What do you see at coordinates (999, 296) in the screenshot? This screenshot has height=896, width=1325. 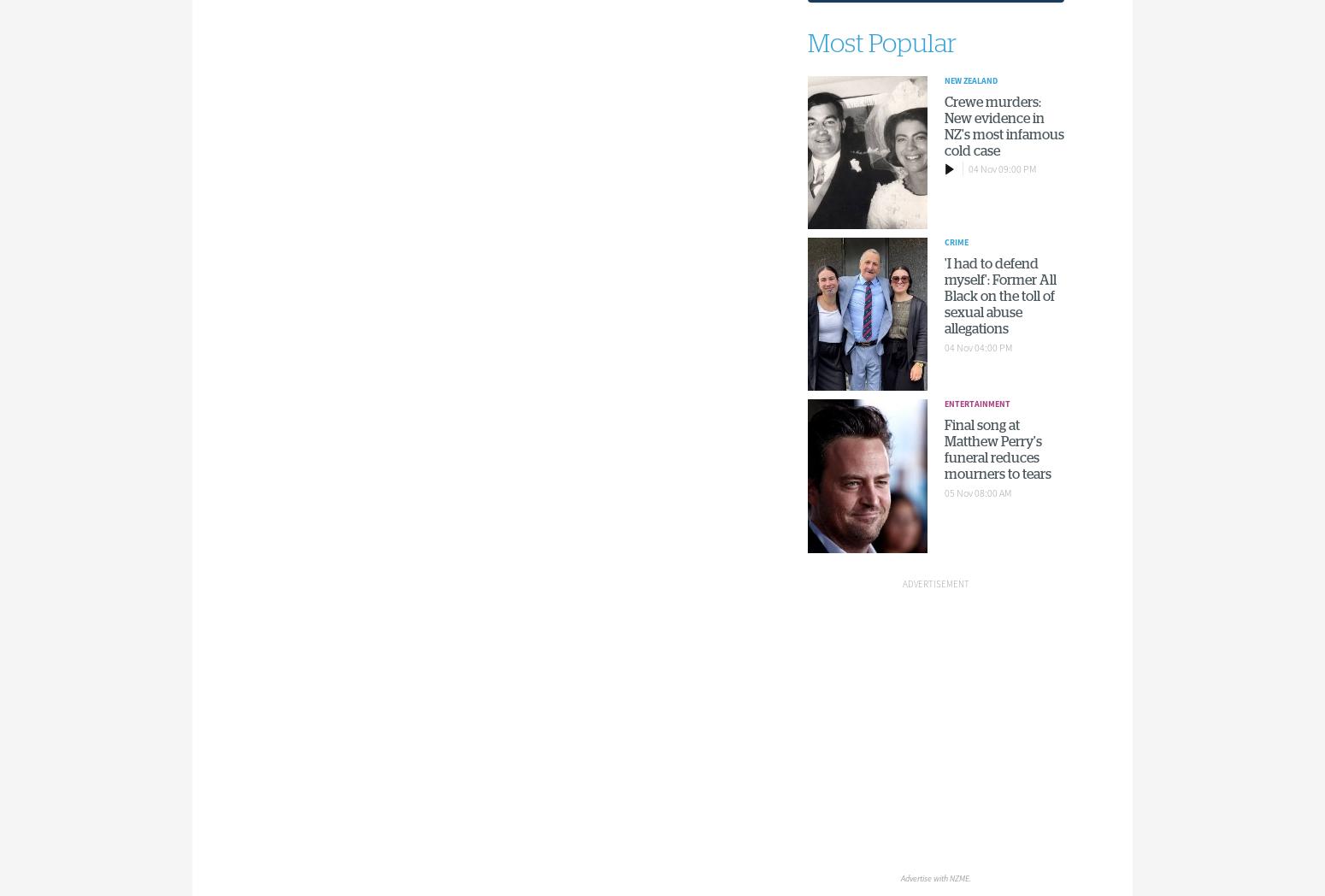 I see `''I had to defend myself': Former All Black on the toll of sexual abuse allegations'` at bounding box center [999, 296].